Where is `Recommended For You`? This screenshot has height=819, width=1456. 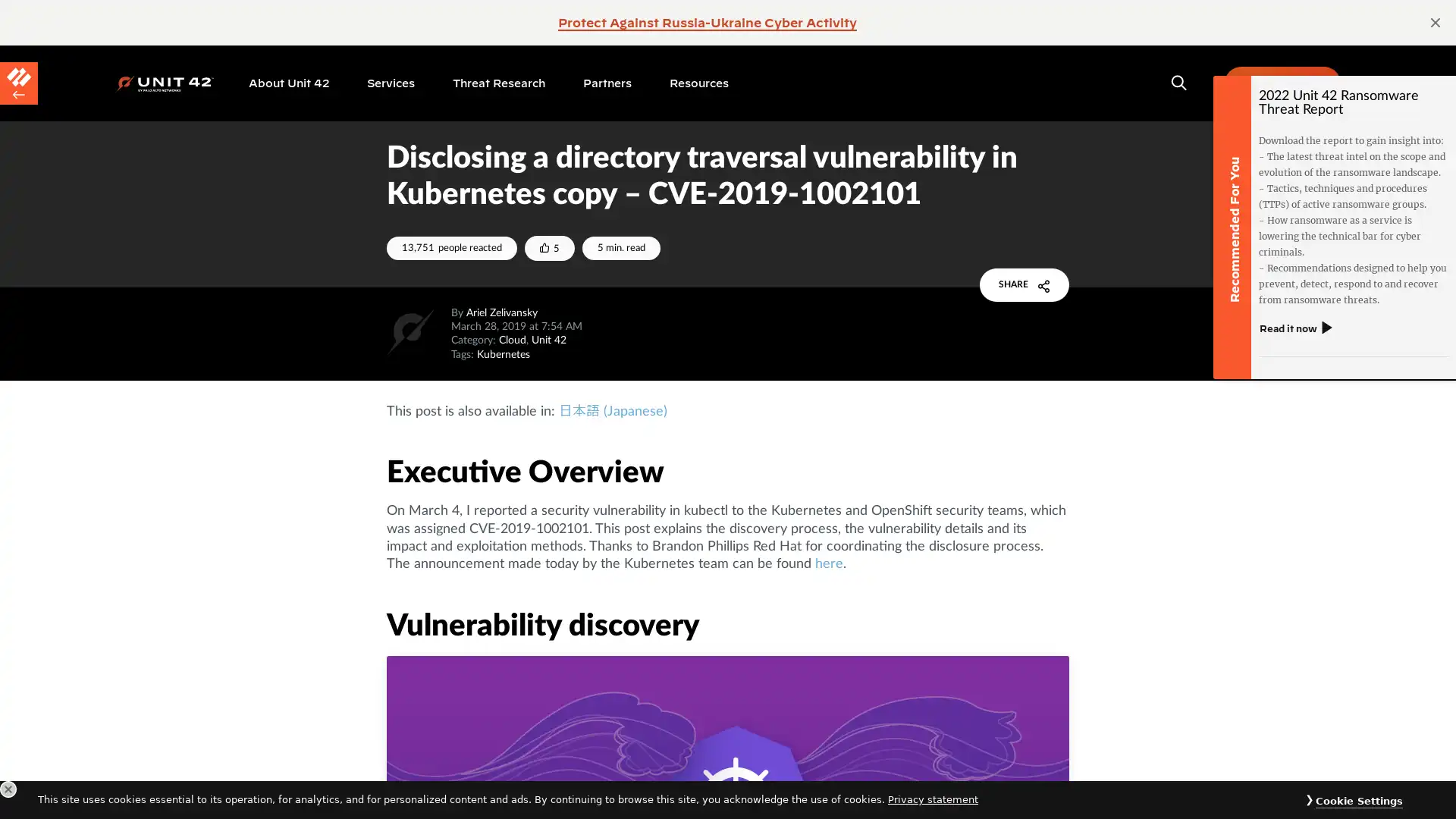
Recommended For You is located at coordinates (1232, 227).